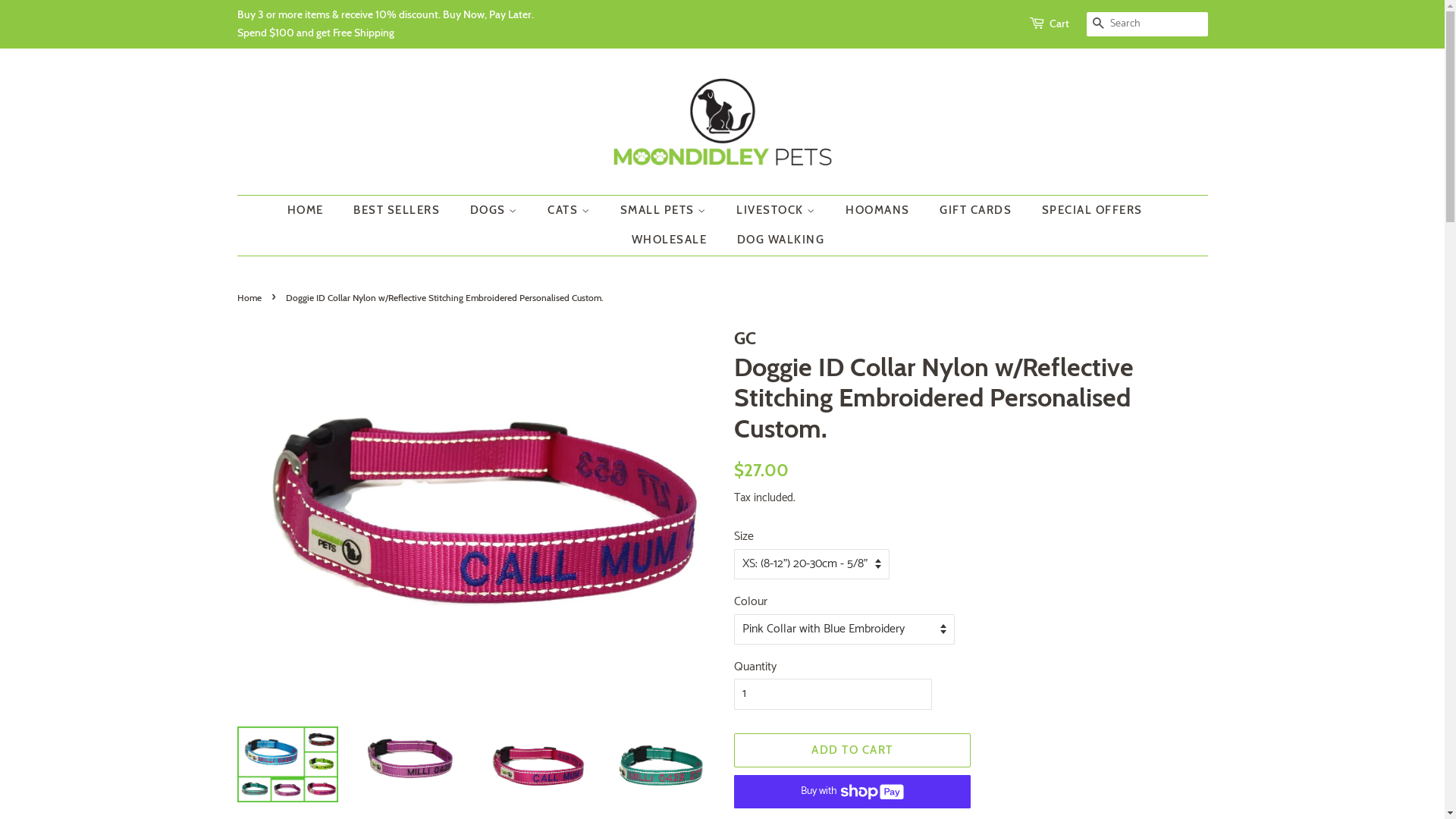 Image resolution: width=1456 pixels, height=819 pixels. I want to click on 'ADD TO CART', so click(852, 749).